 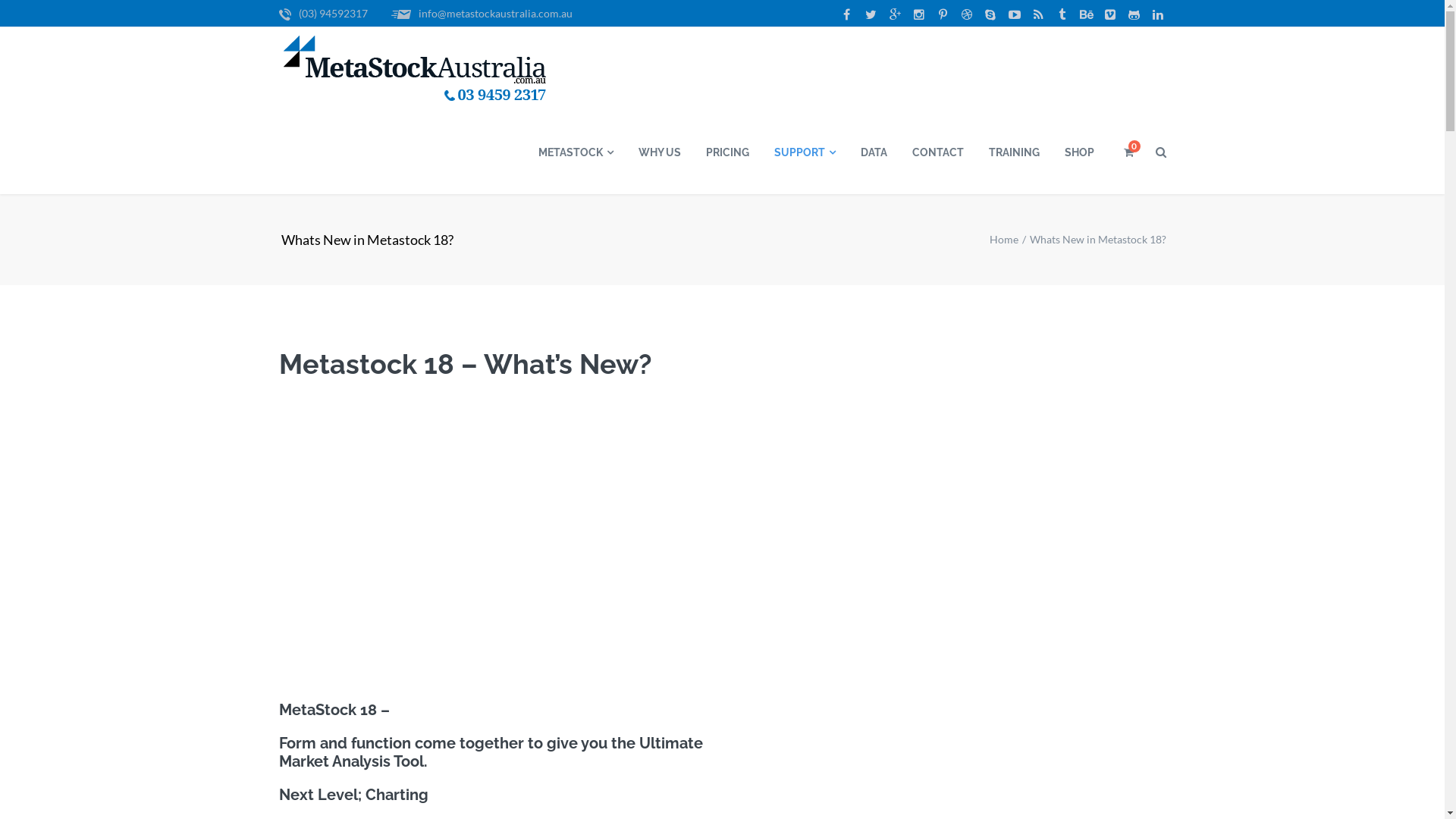 What do you see at coordinates (937, 152) in the screenshot?
I see `'CONTACT'` at bounding box center [937, 152].